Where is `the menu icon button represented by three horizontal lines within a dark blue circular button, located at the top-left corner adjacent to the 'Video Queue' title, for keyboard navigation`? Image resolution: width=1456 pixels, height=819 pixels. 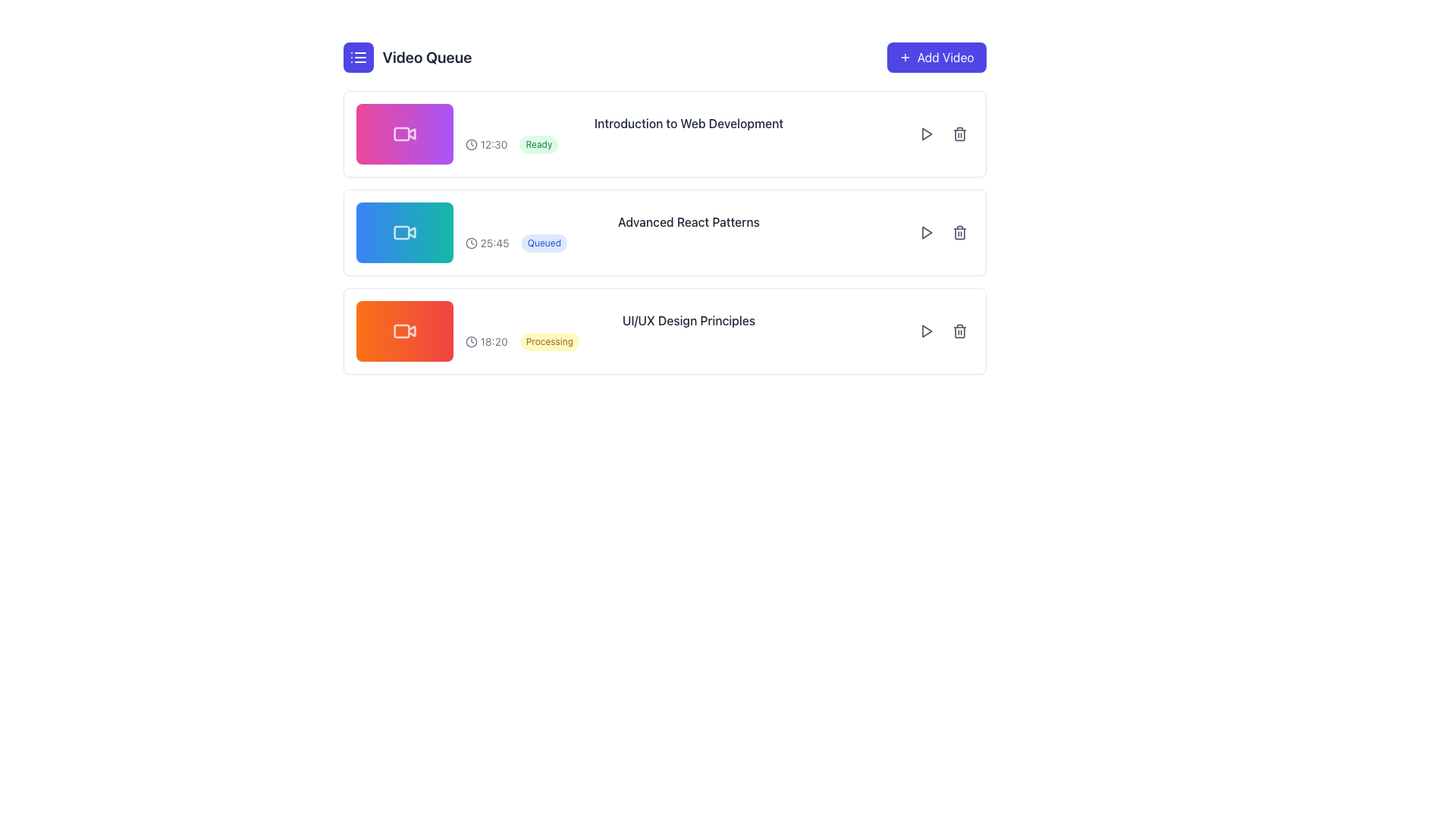
the menu icon button represented by three horizontal lines within a dark blue circular button, located at the top-left corner adjacent to the 'Video Queue' title, for keyboard navigation is located at coordinates (357, 57).